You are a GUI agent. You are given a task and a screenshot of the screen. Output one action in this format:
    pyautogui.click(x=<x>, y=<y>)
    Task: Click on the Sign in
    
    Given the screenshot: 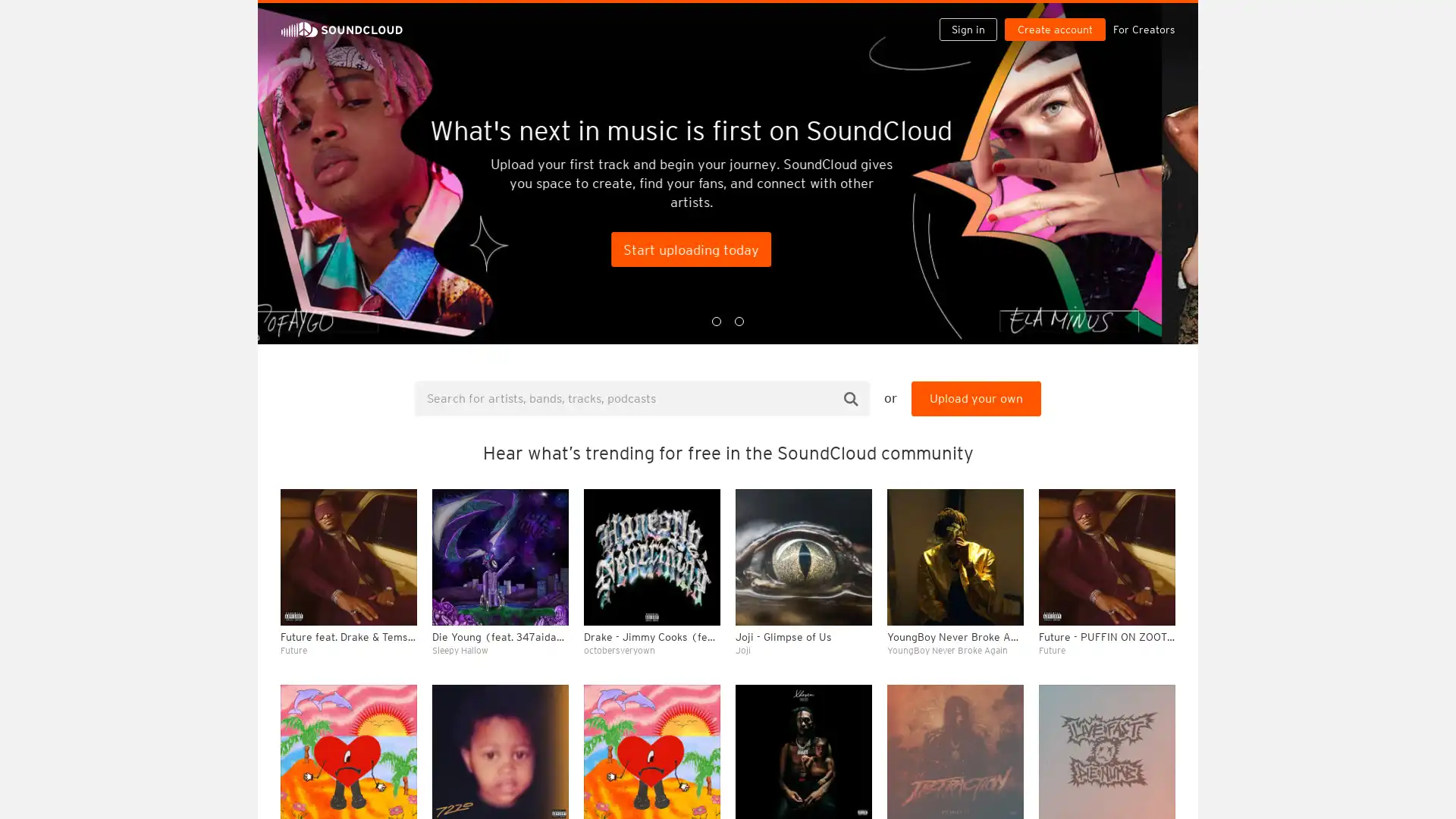 What is the action you would take?
    pyautogui.click(x=967, y=29)
    